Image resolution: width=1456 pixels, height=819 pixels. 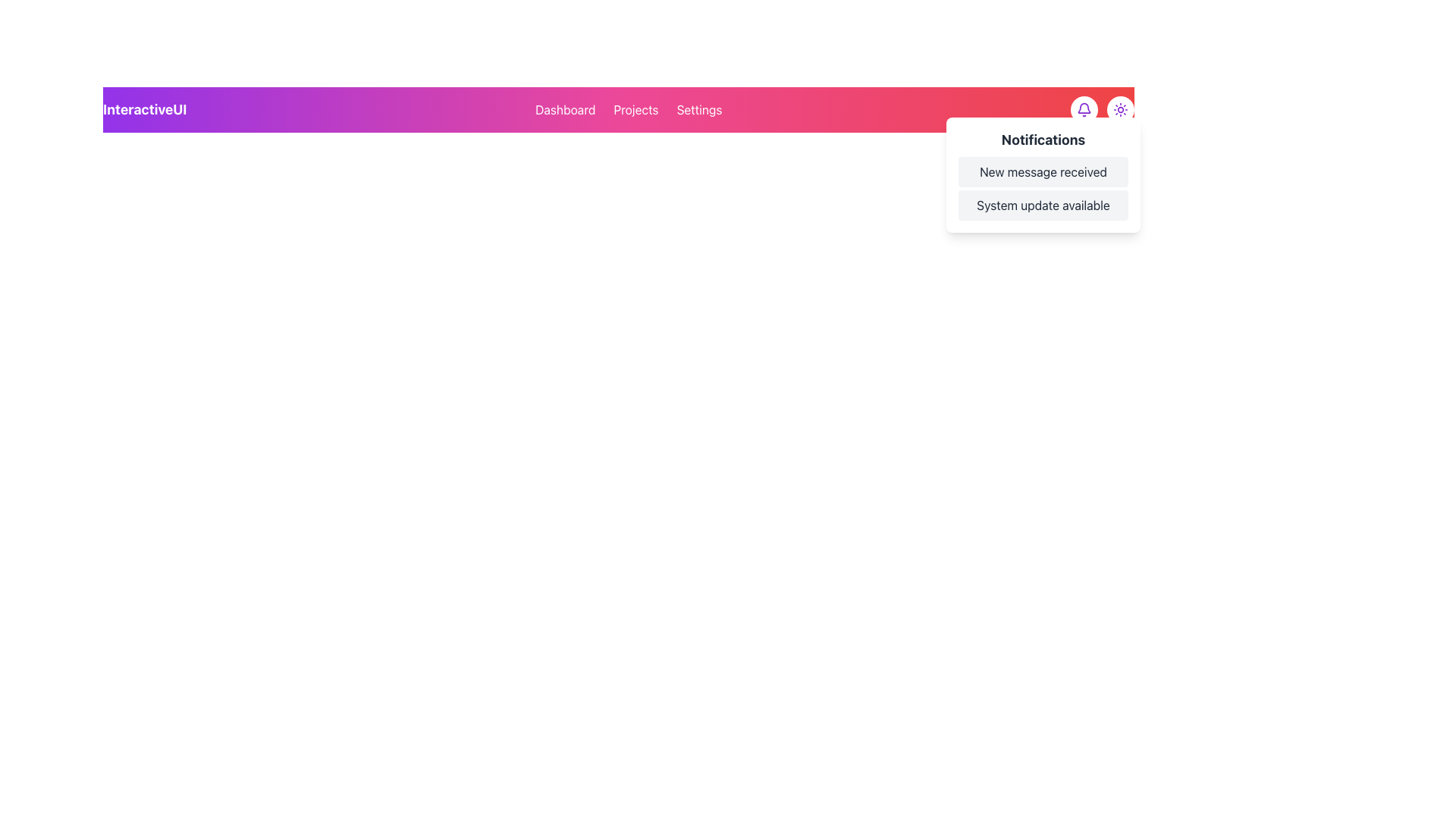 I want to click on the first notification item, so click(x=1043, y=171).